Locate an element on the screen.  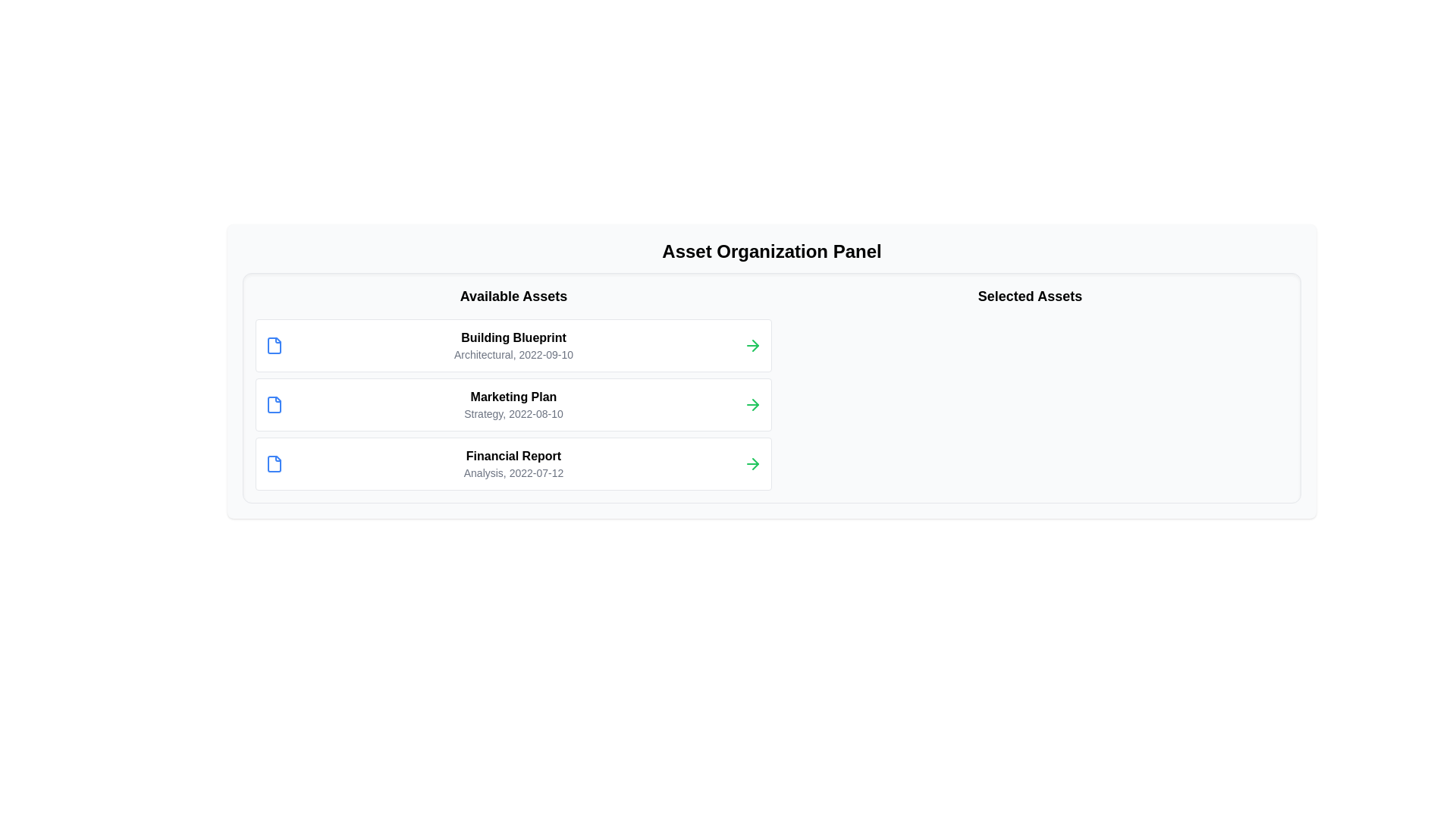
the text block that serves as the title and description of an asset entry in the 'Available Assets' list, which is the third item in the vertical list is located at coordinates (513, 463).